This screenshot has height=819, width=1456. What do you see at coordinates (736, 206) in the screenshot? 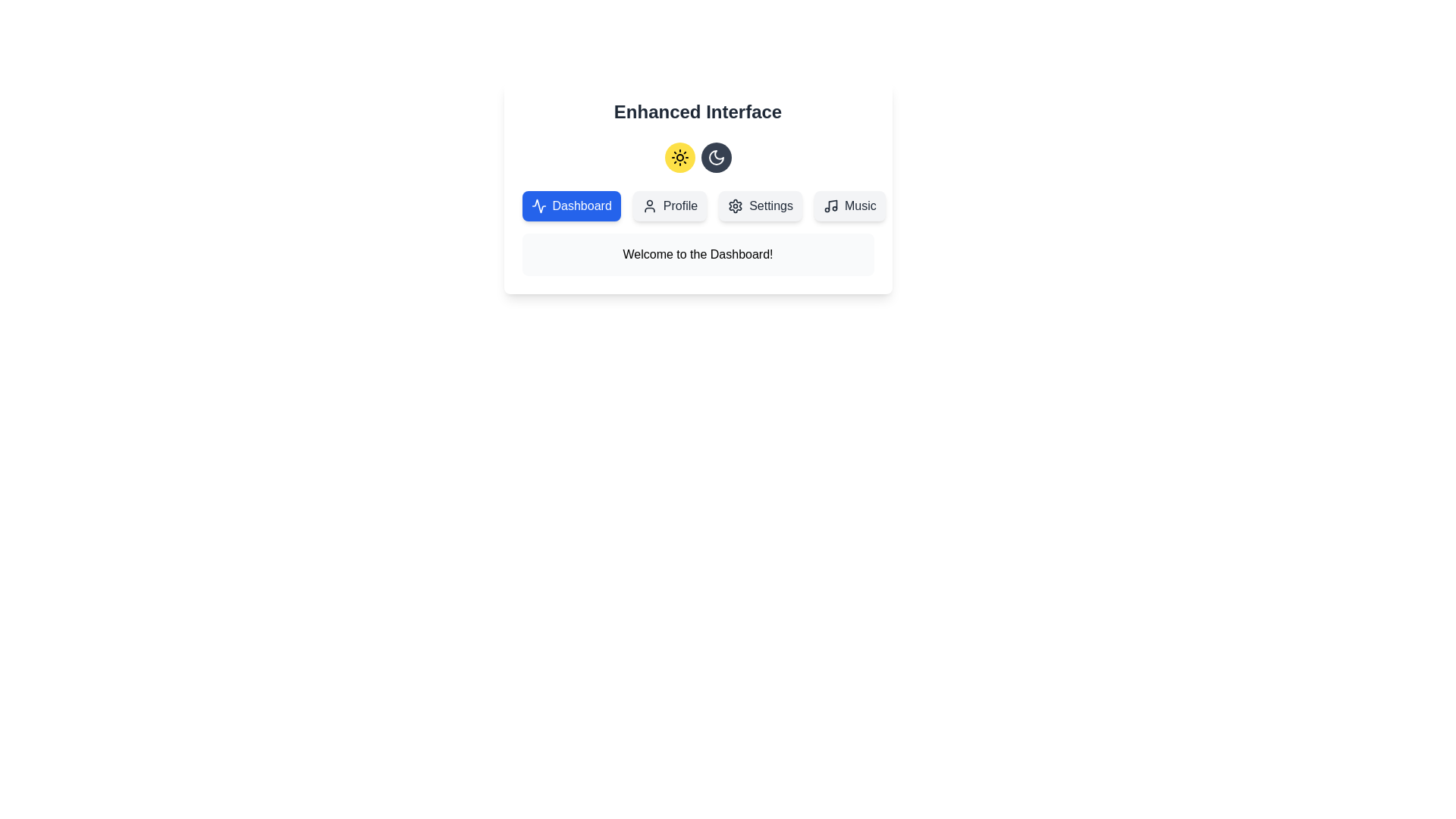
I see `the settings icon located on the left side of the 'Settings' button, which is among navigation options like 'Dashboard', 'Profile', and 'Music'` at bounding box center [736, 206].